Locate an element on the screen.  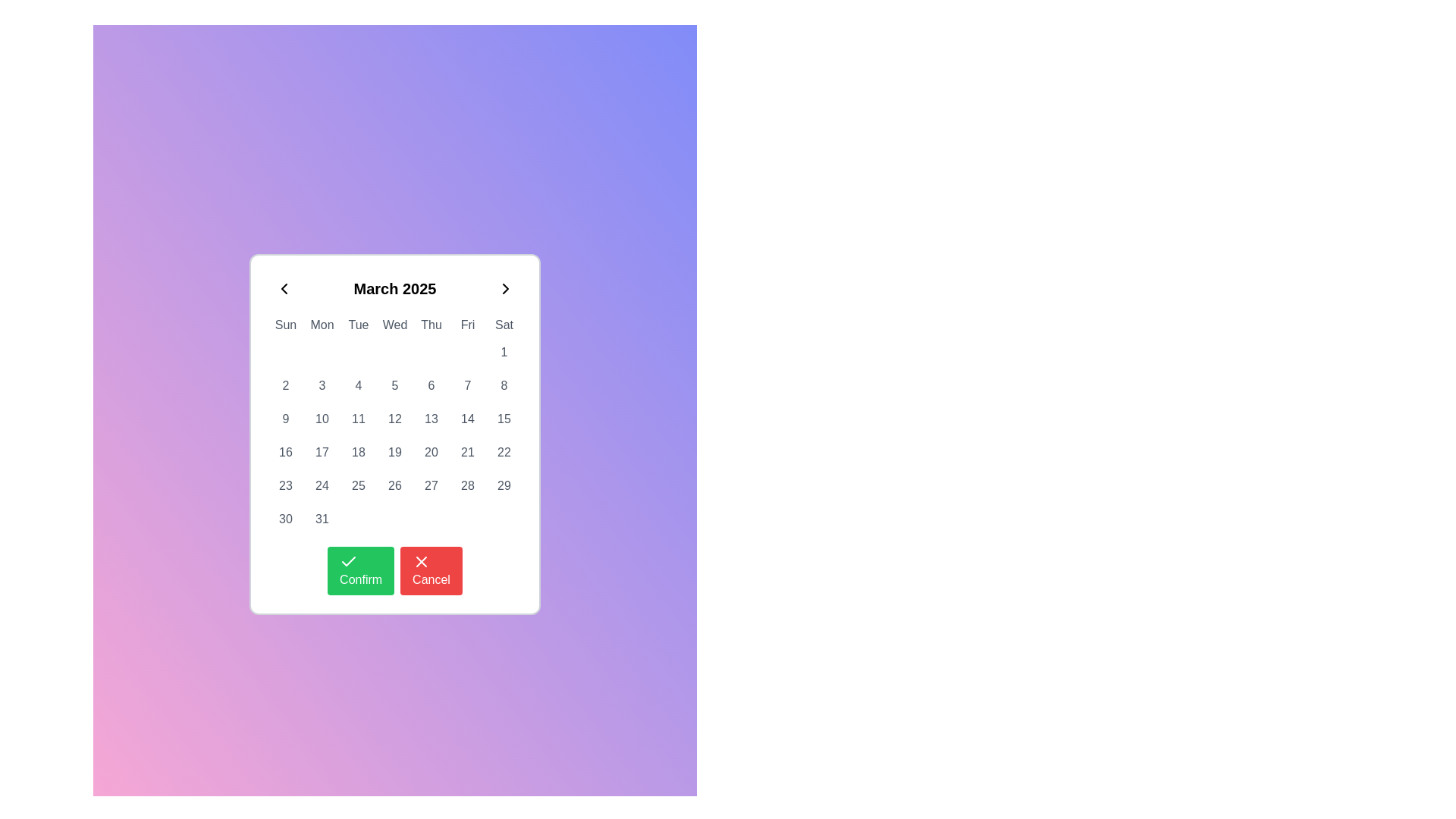
displayed month and year from the calendar header, which shows 'March 2025' and is located at the top of the calendar interface with navigation buttons on either side is located at coordinates (395, 289).